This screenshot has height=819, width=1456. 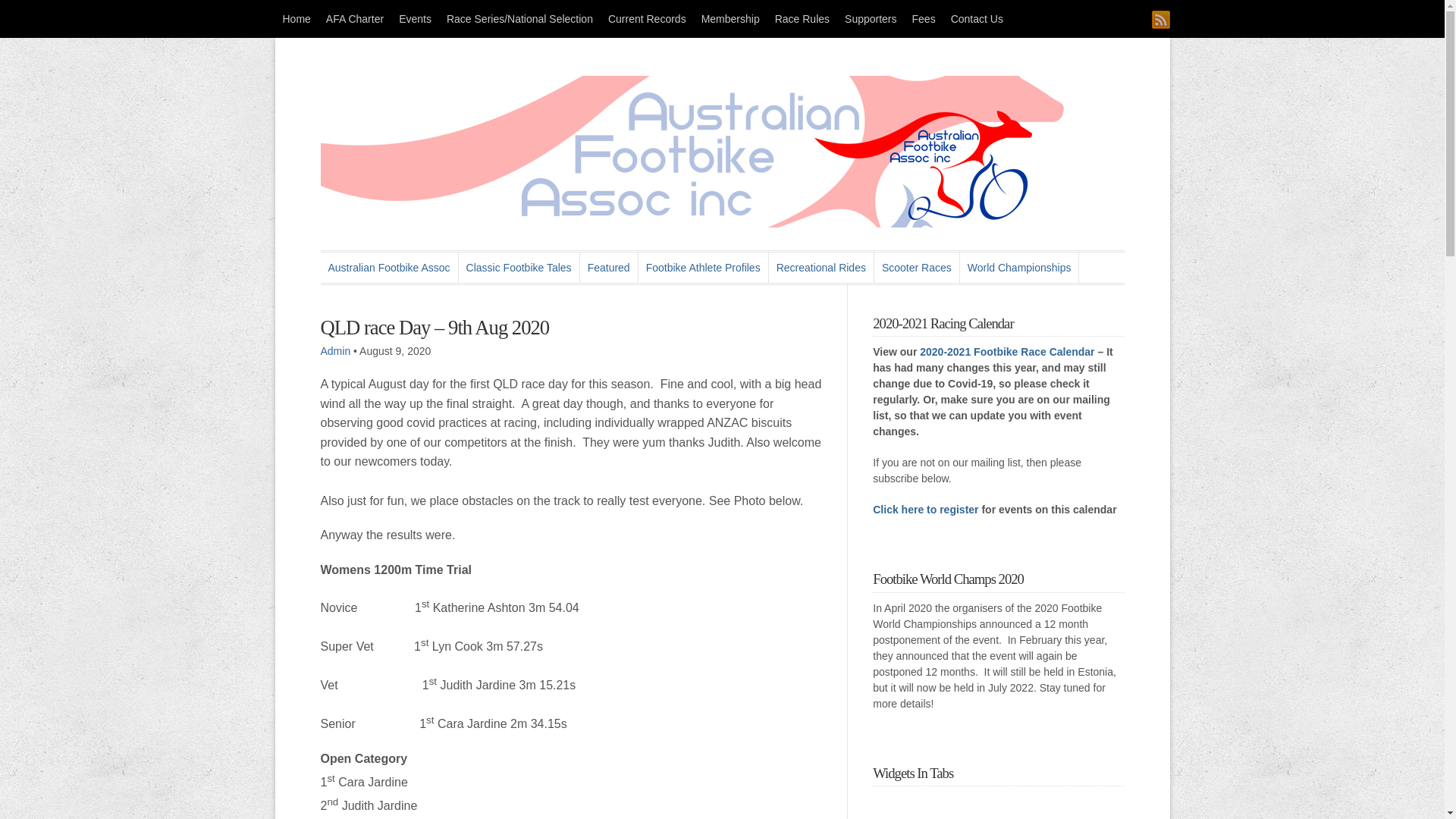 I want to click on 'Fees', so click(x=923, y=18).